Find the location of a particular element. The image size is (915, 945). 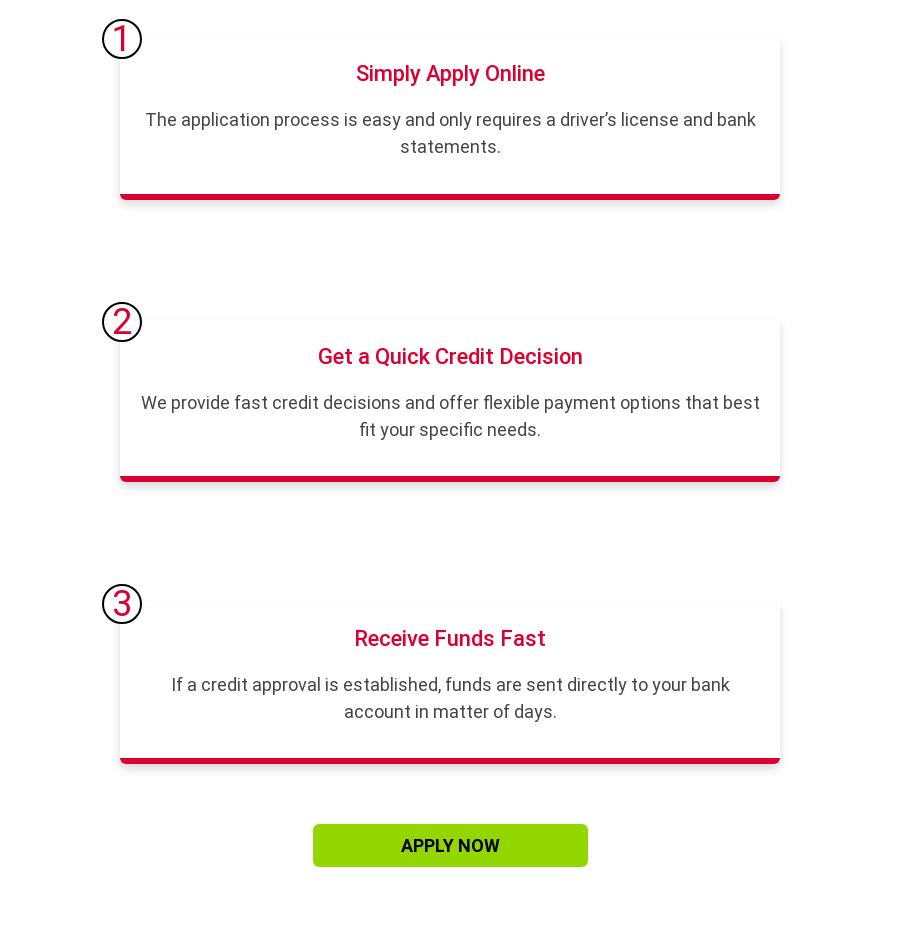

'3' is located at coordinates (121, 603).